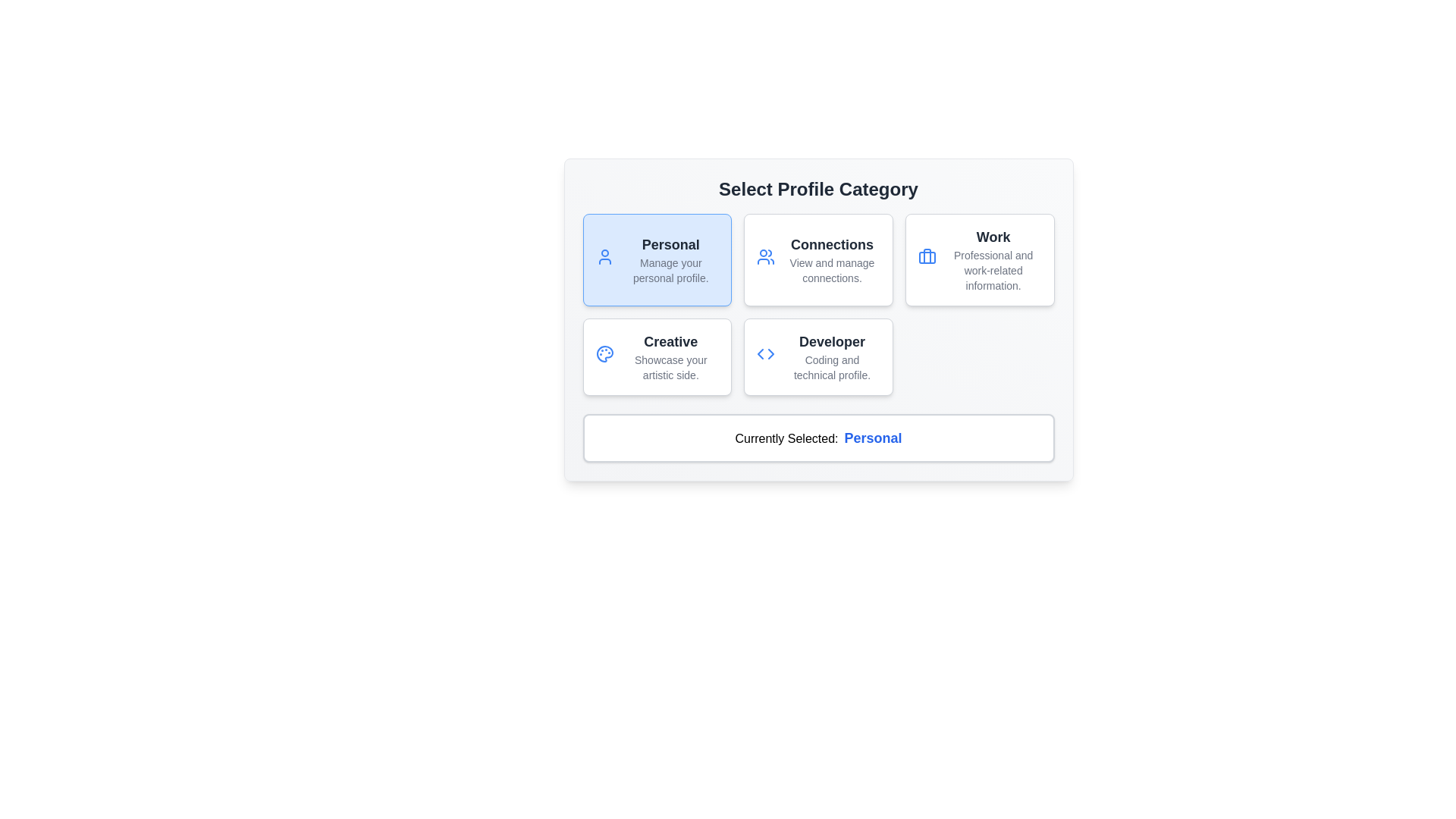 The width and height of the screenshot is (1456, 819). What do you see at coordinates (766, 356) in the screenshot?
I see `the 'Developer' profile category icon, which visually represents the Developer profile and is located in the second row, fourth position of the profile category selection grid` at bounding box center [766, 356].